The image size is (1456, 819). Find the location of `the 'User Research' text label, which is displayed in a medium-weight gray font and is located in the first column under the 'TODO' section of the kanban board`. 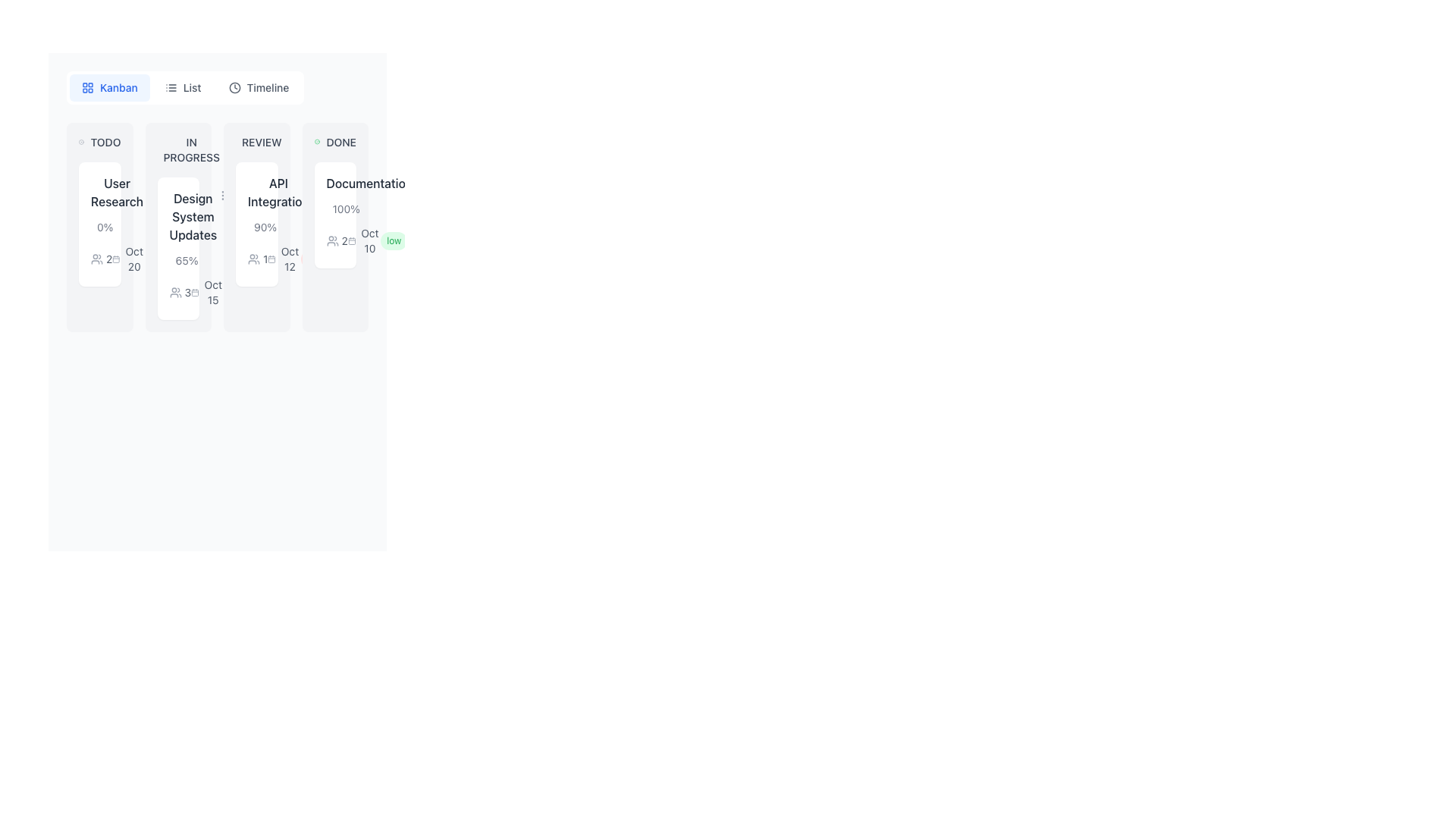

the 'User Research' text label, which is displayed in a medium-weight gray font and is located in the first column under the 'TODO' section of the kanban board is located at coordinates (116, 192).